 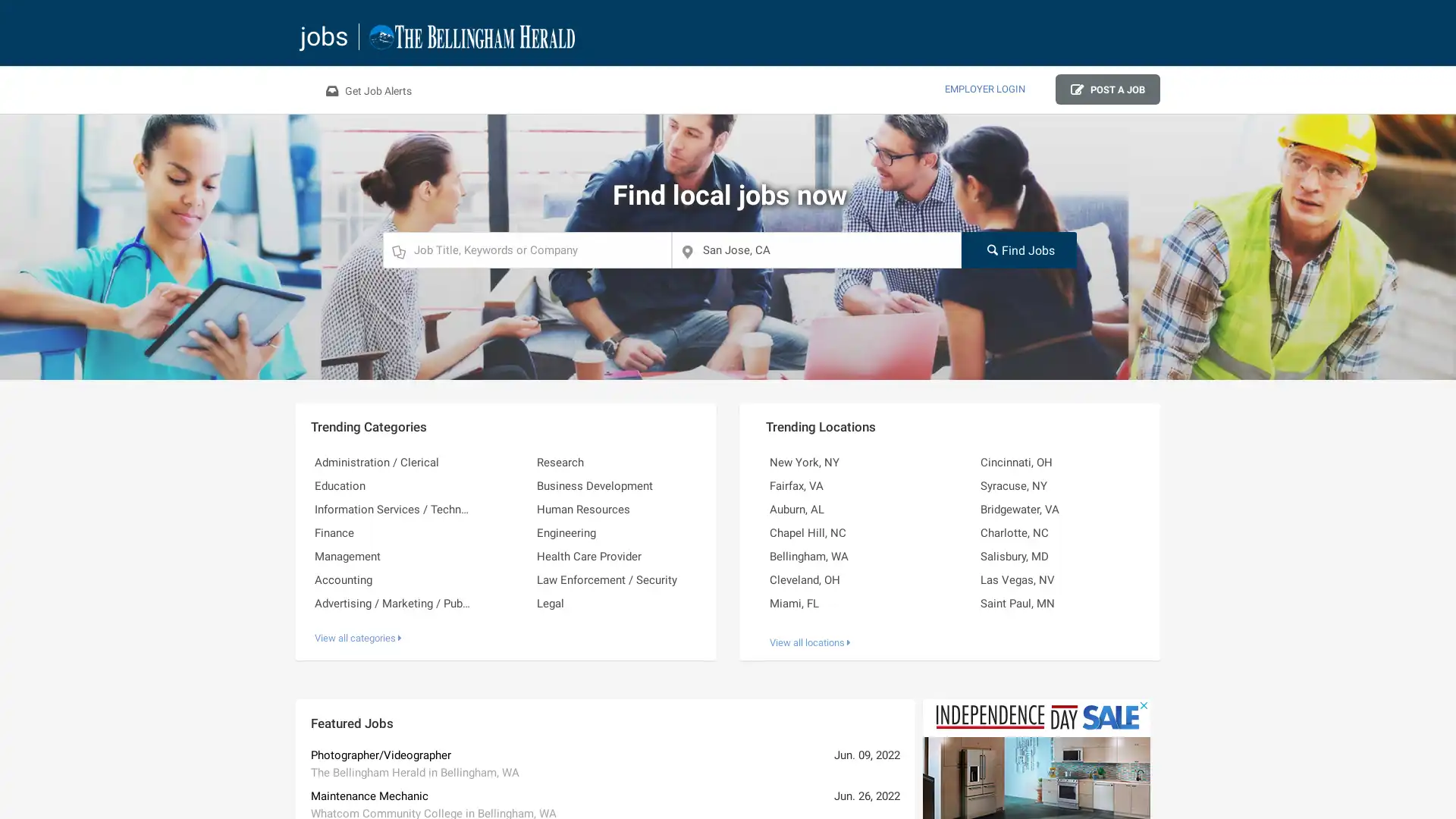 What do you see at coordinates (1018, 248) in the screenshot?
I see `Find Jobs` at bounding box center [1018, 248].